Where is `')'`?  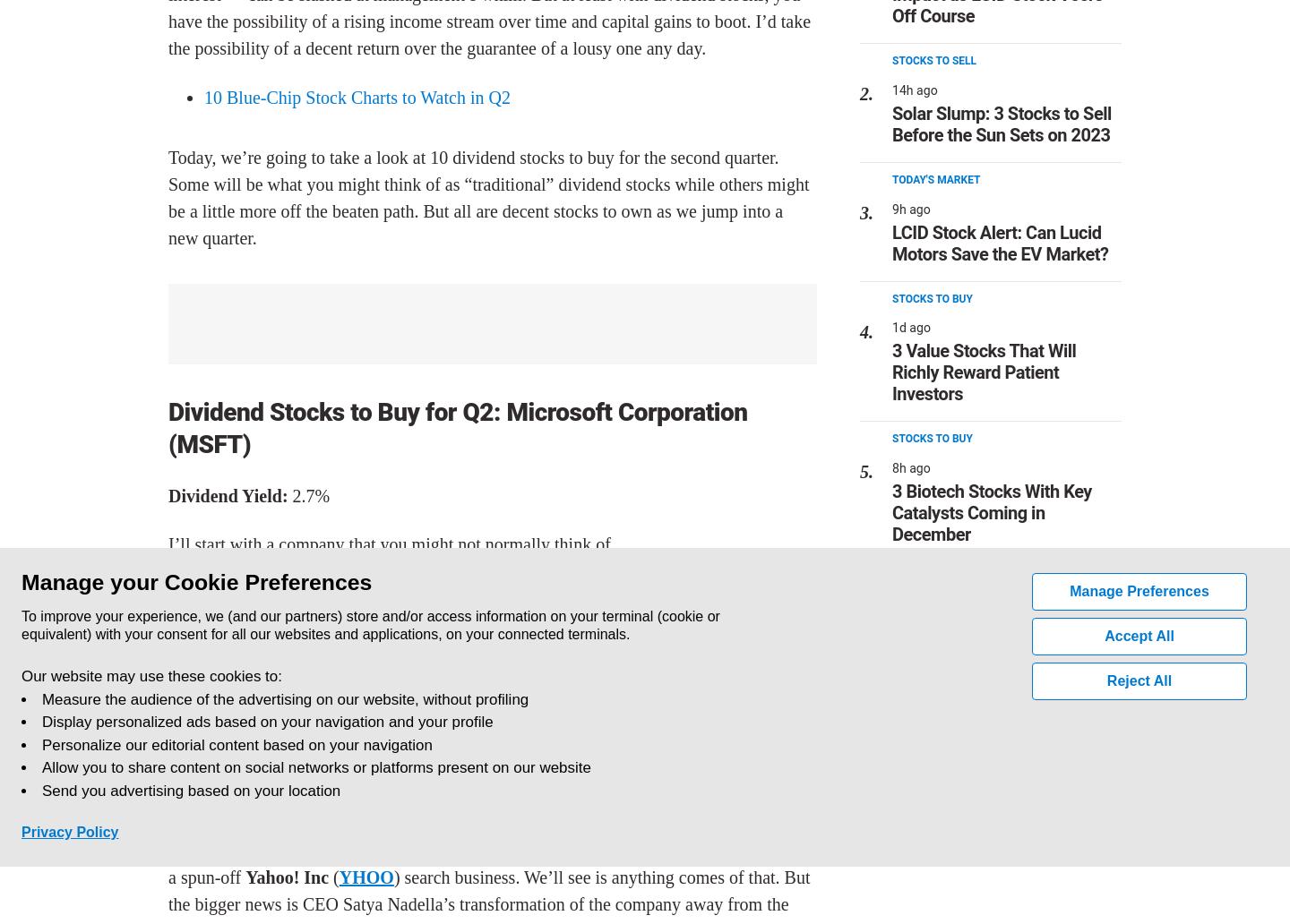 ')' is located at coordinates (396, 876).